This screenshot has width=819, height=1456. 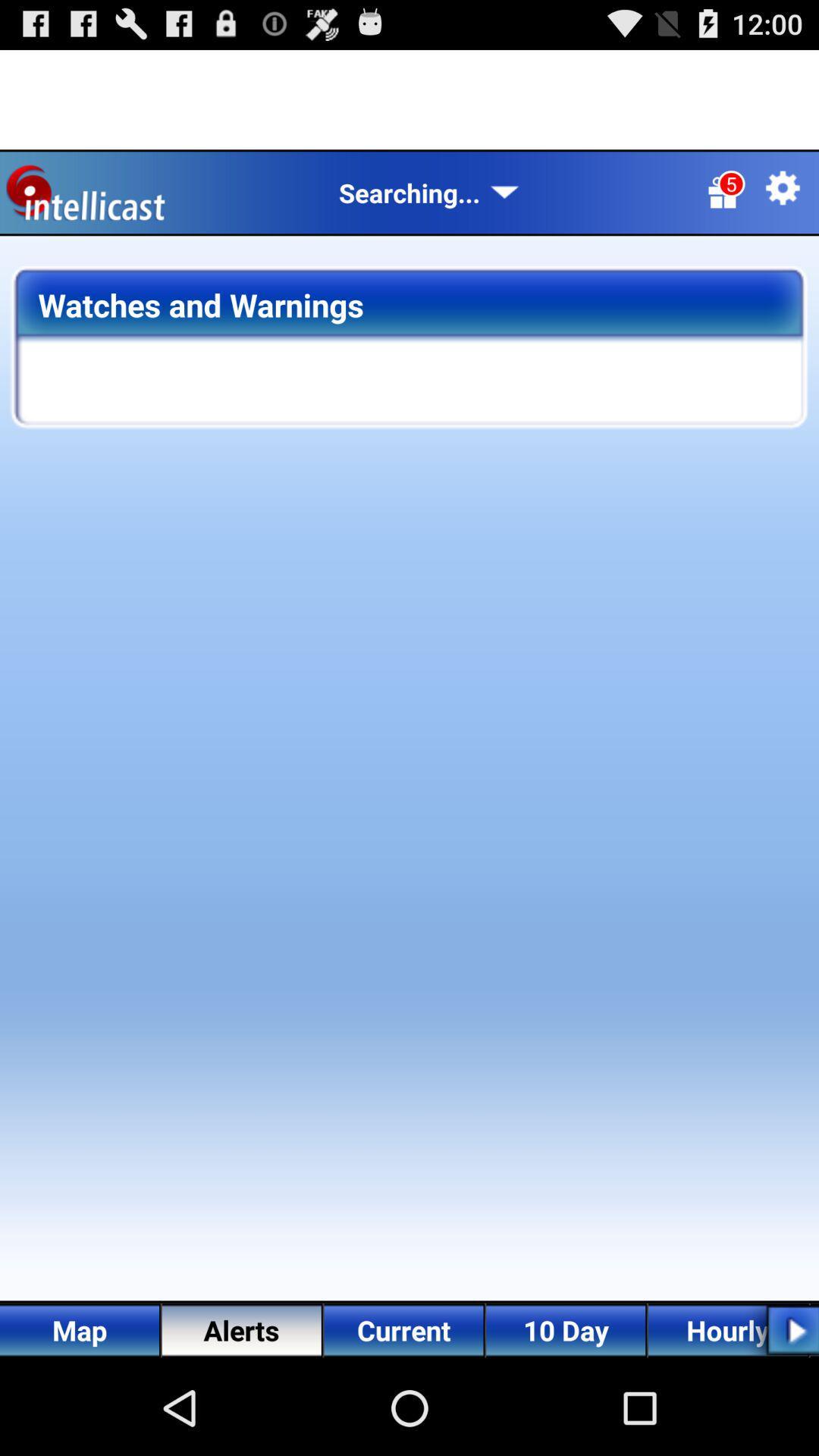 What do you see at coordinates (722, 192) in the screenshot?
I see `the gift icon in which numeric 5 is there` at bounding box center [722, 192].